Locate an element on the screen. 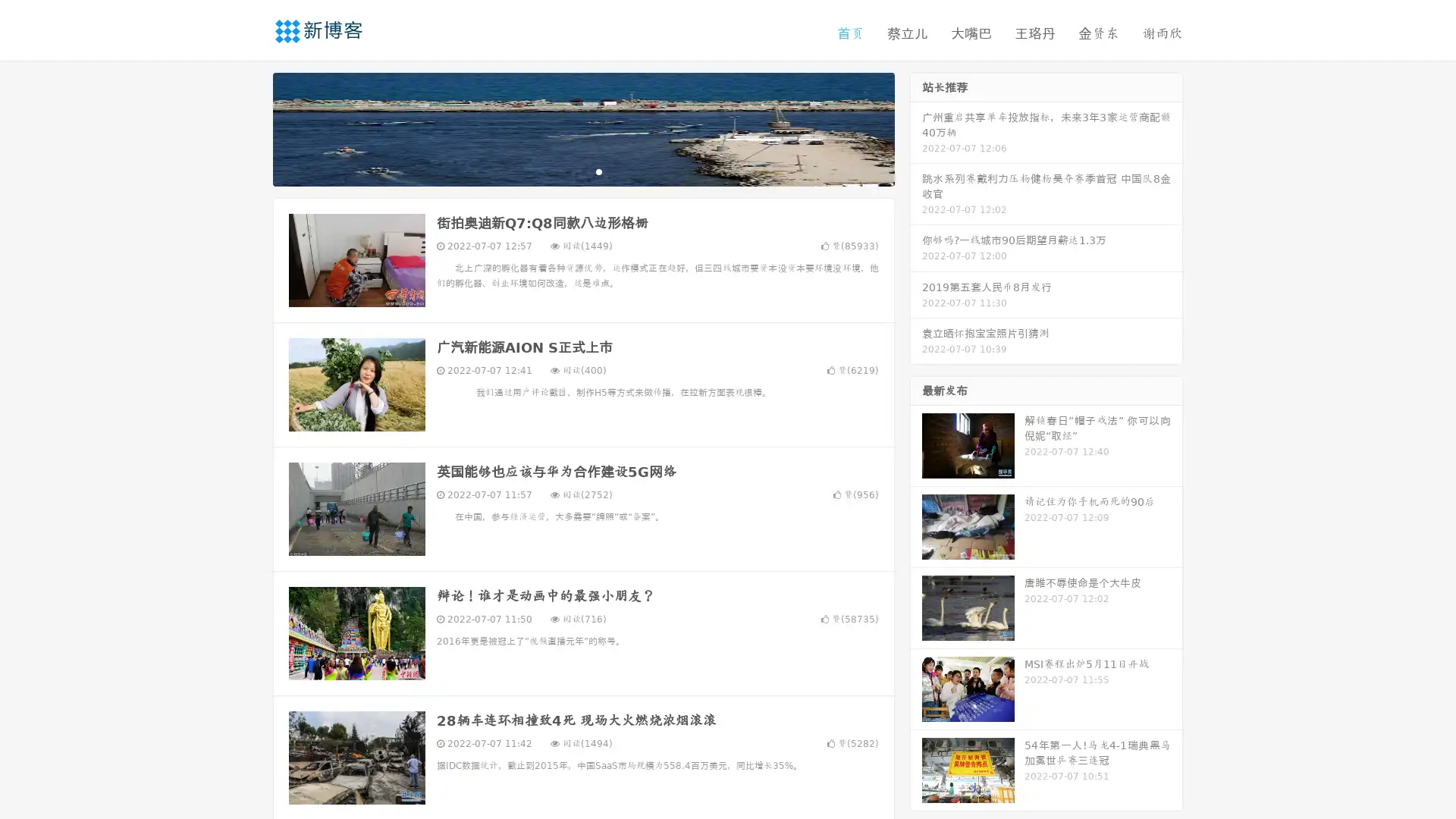 The height and width of the screenshot is (819, 1456). Previous slide is located at coordinates (250, 127).